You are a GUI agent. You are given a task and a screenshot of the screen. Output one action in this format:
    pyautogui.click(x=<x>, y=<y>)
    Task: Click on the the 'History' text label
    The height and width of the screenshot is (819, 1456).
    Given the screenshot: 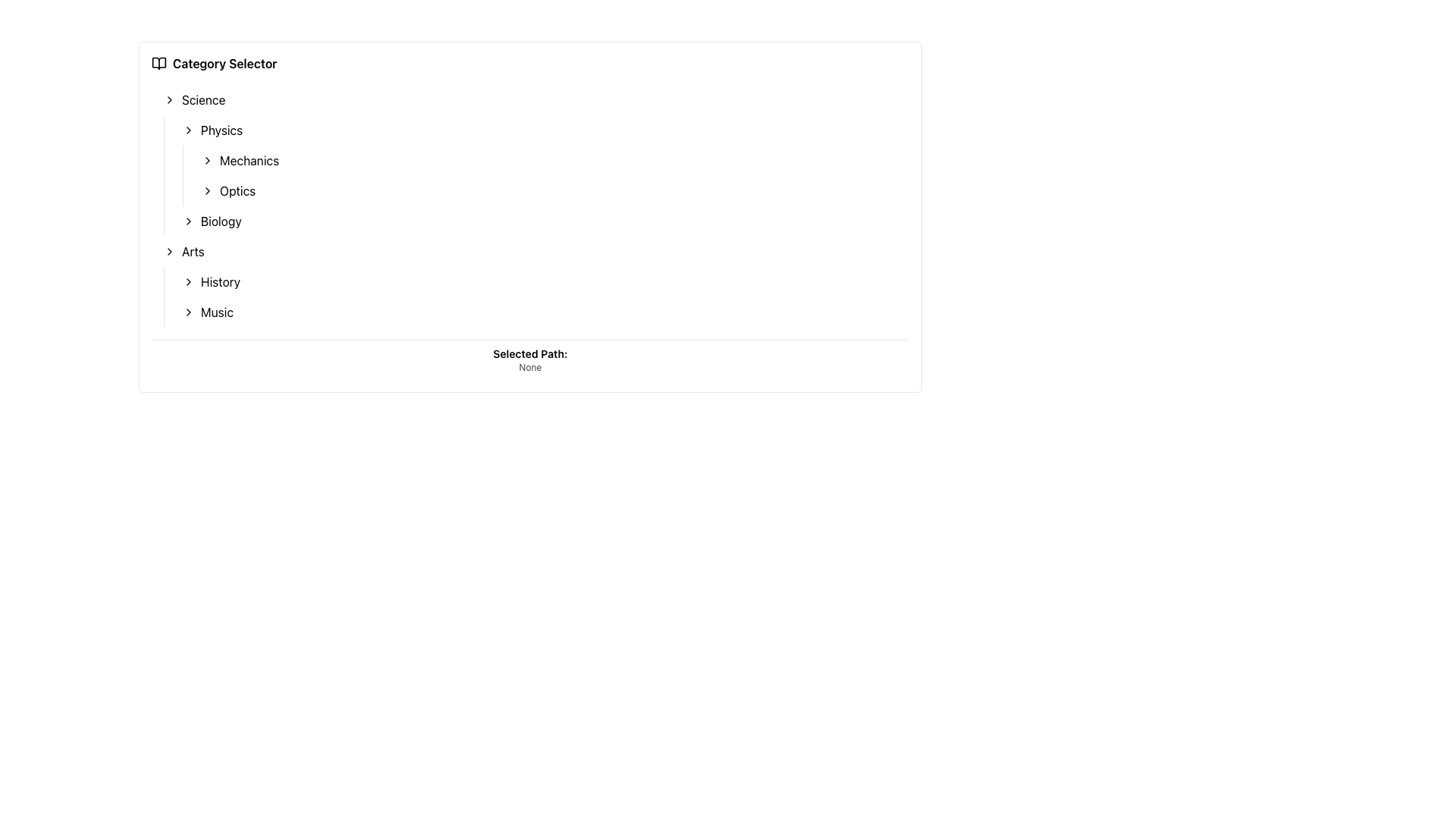 What is the action you would take?
    pyautogui.click(x=220, y=281)
    